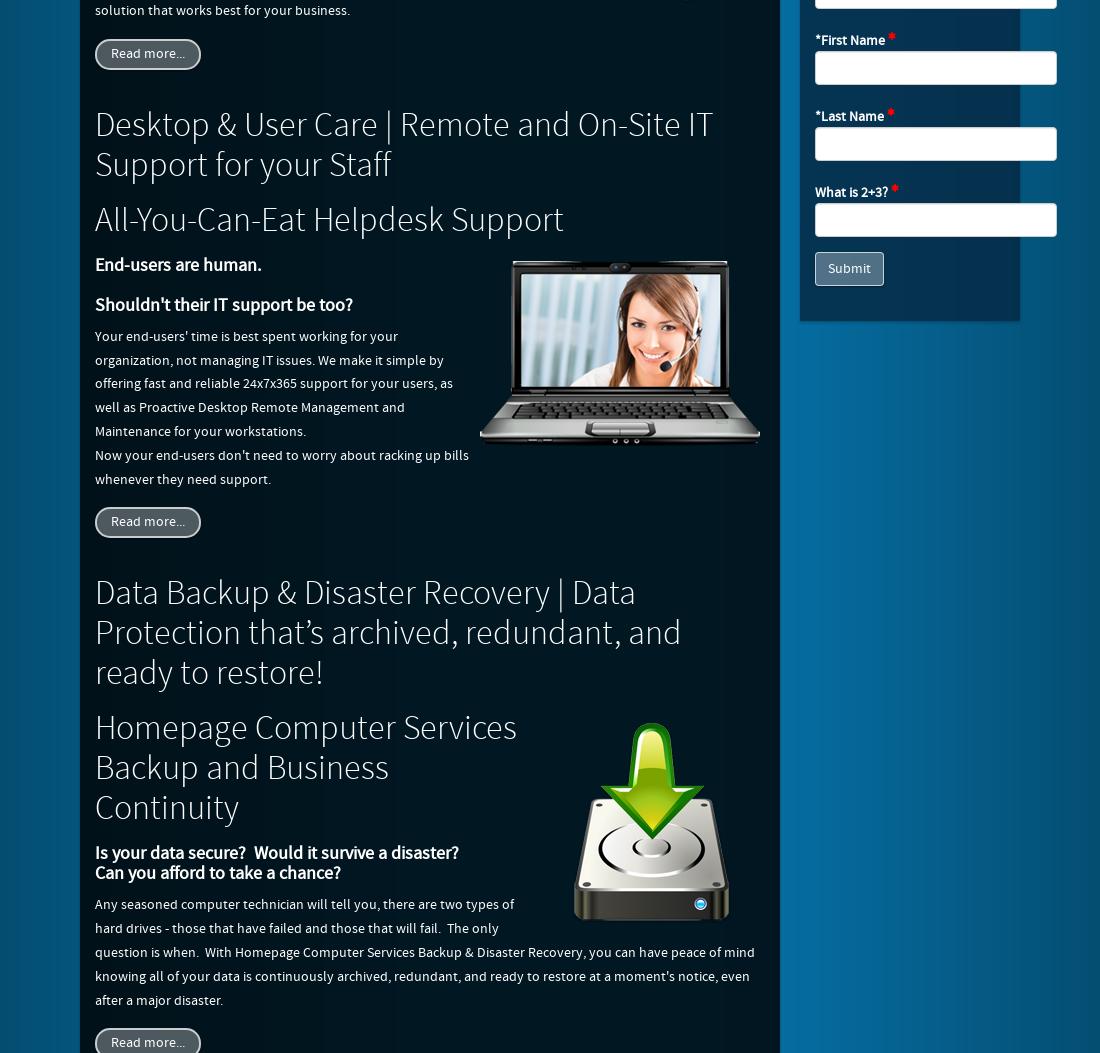 The image size is (1100, 1053). Describe the element at coordinates (814, 193) in the screenshot. I see `'What is 2+3?'` at that location.